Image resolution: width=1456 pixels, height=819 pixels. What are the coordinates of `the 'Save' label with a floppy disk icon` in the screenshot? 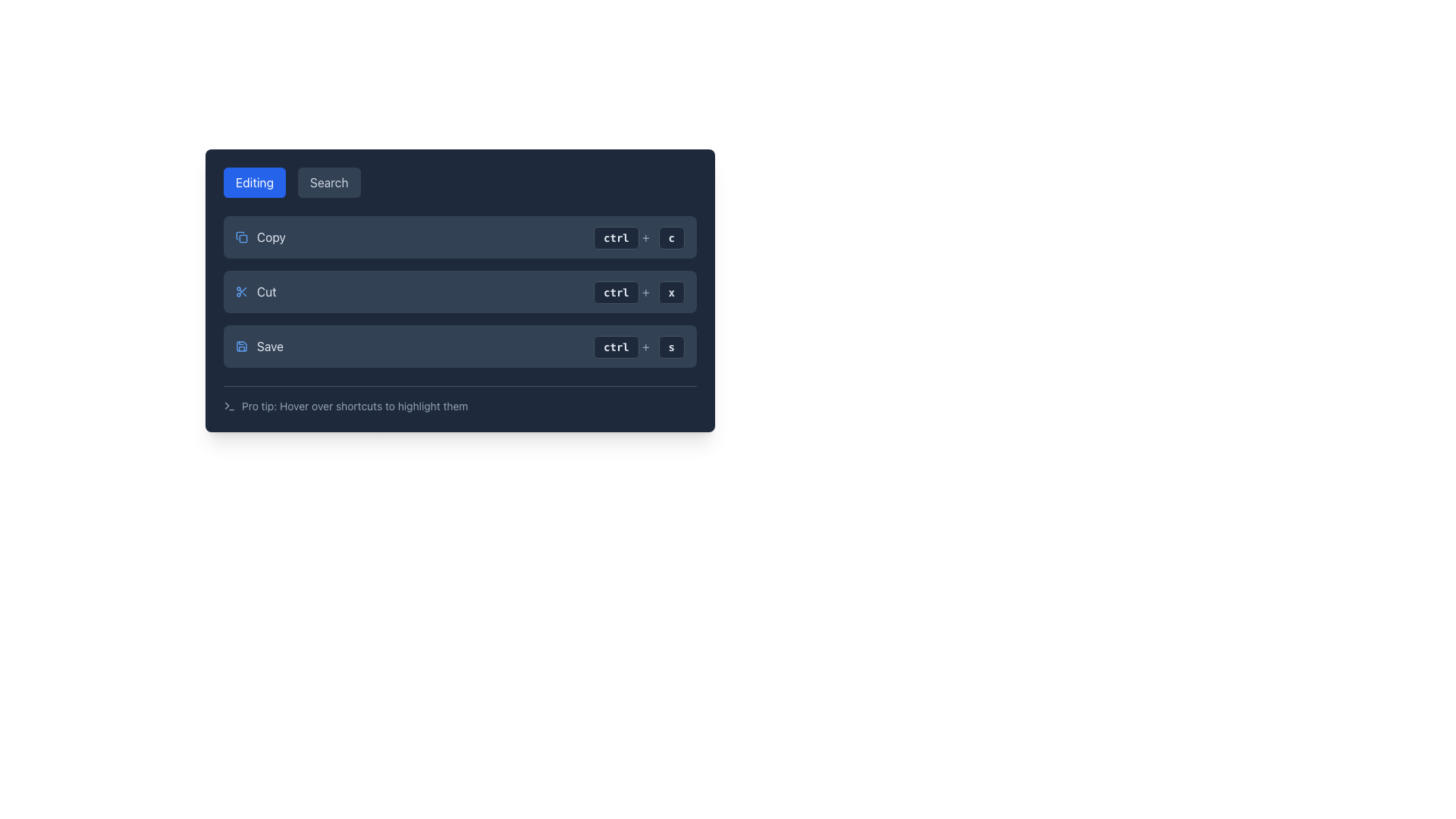 It's located at (259, 346).